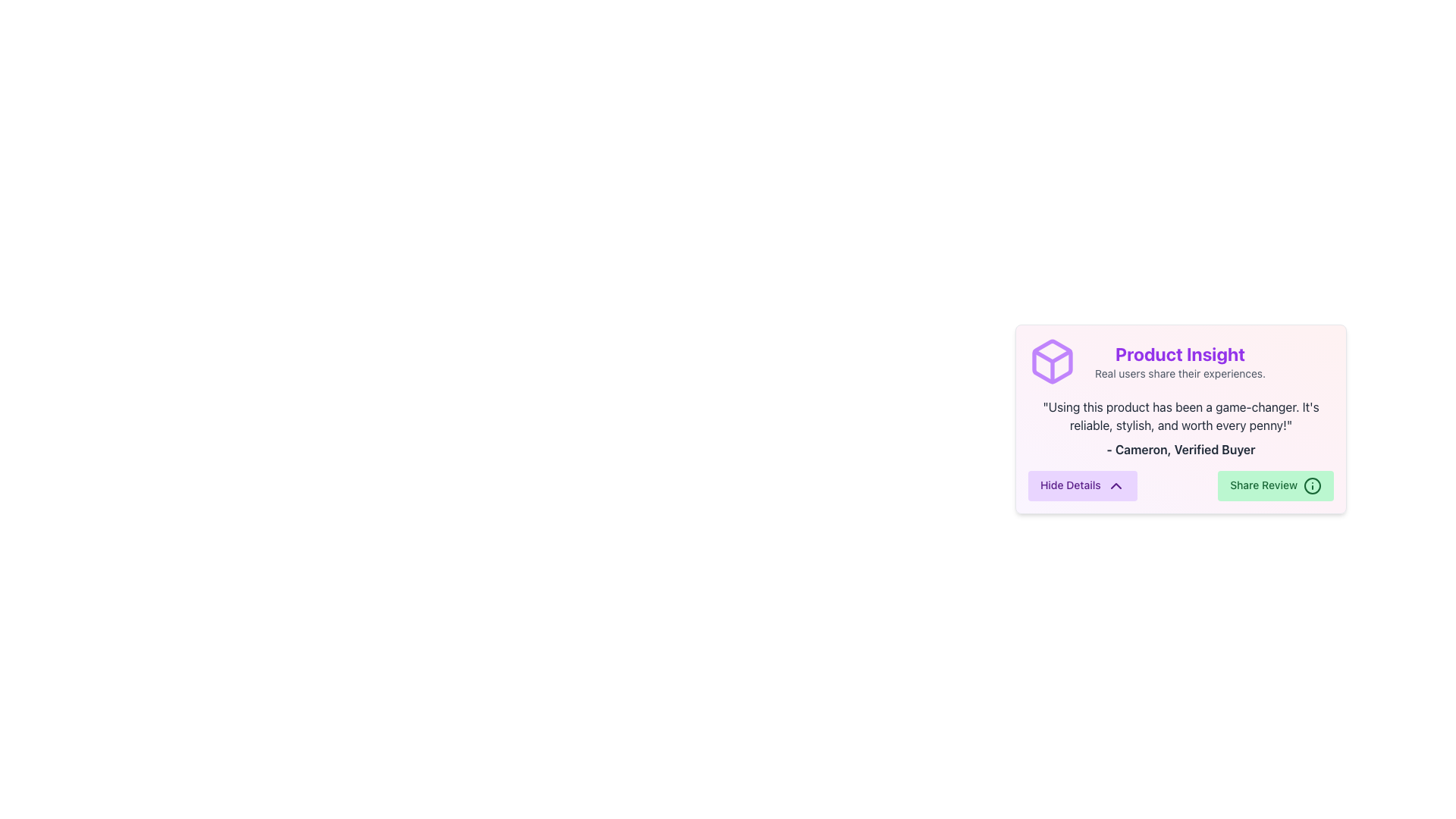 The image size is (1456, 819). I want to click on the static text label attributing the testimonial statement to Cameron, a verified purchaser, located at the bottom of the 'Product Insight' card, so click(1180, 449).